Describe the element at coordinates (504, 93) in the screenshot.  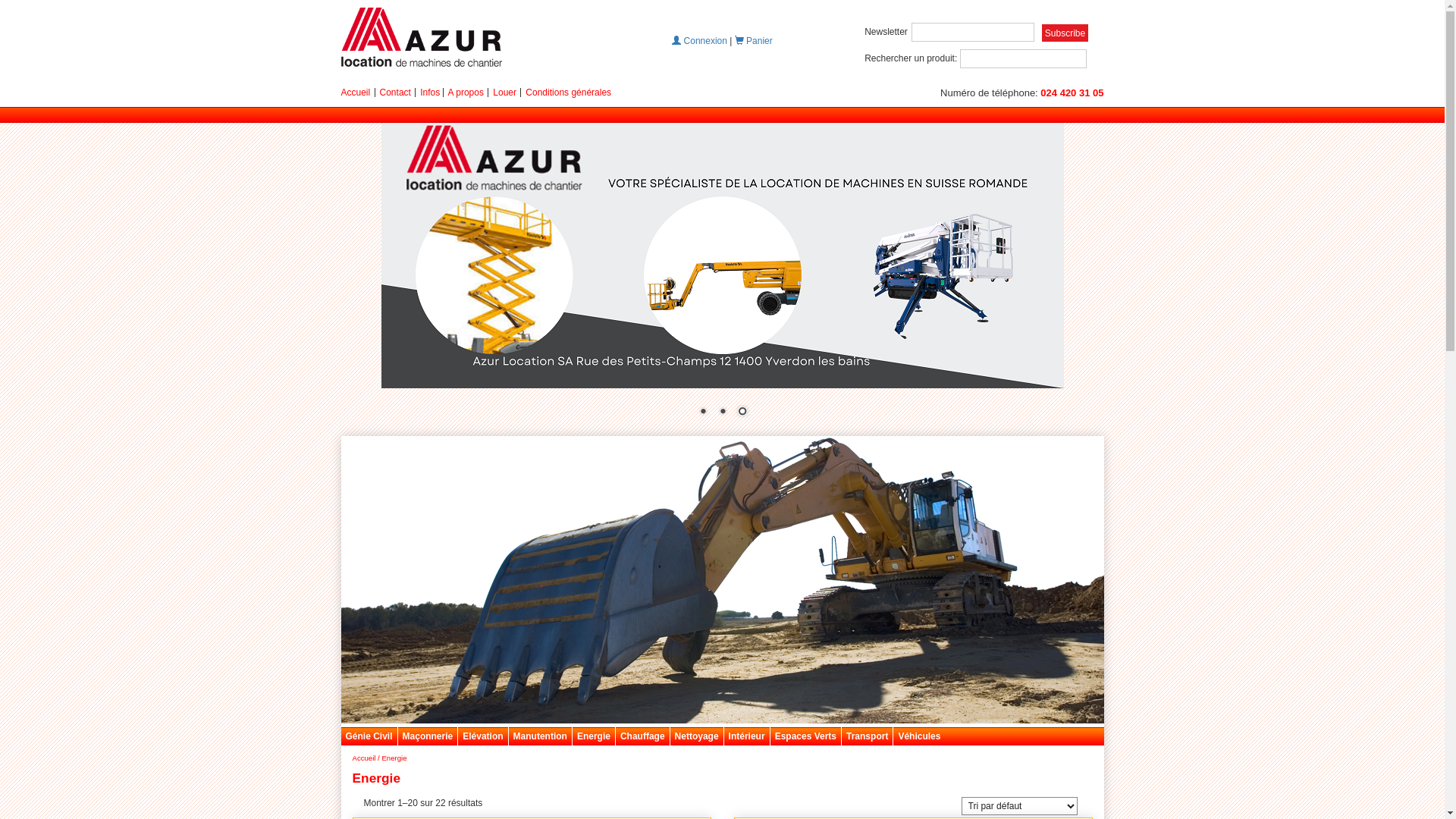
I see `'Louer'` at that location.